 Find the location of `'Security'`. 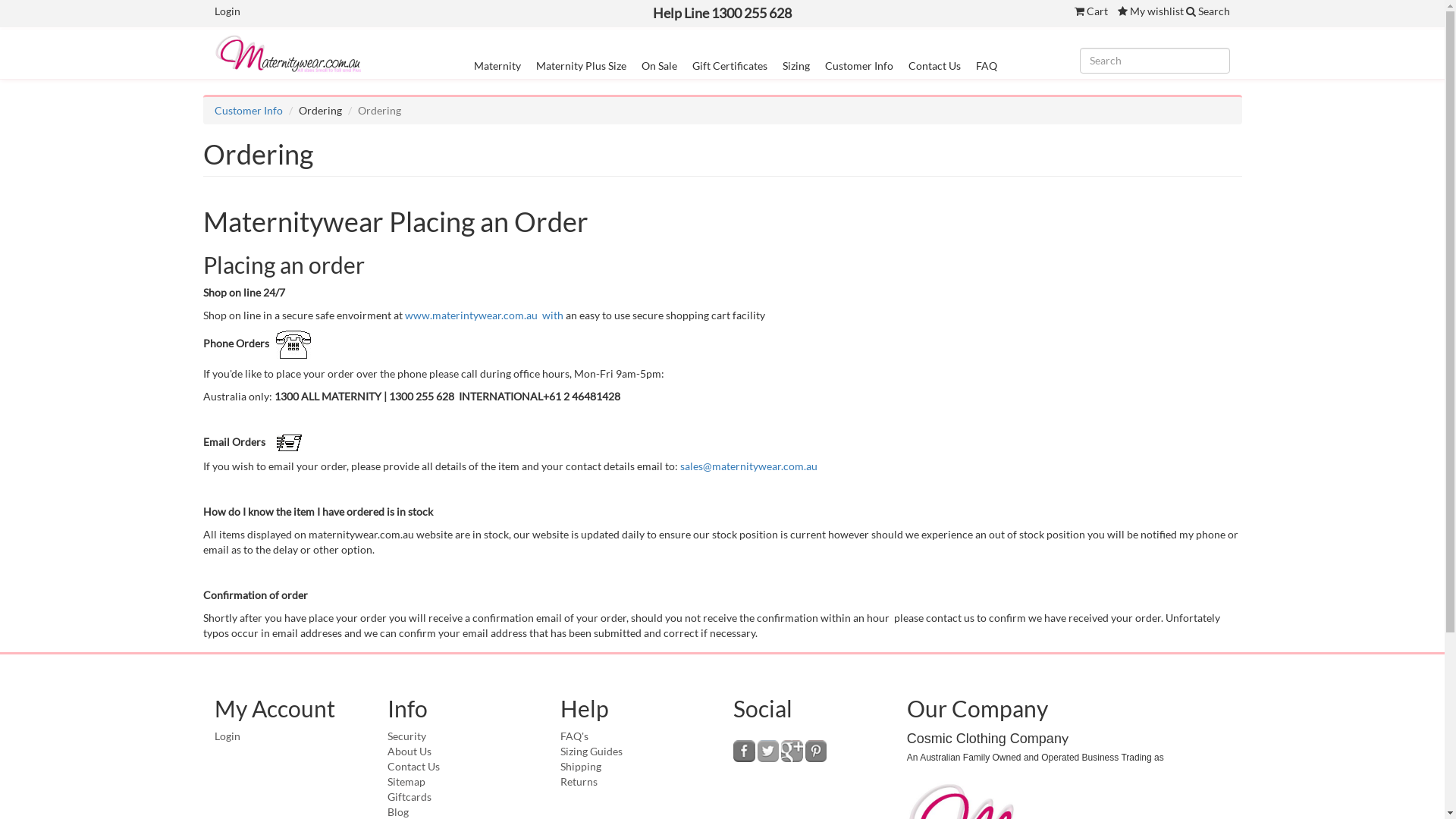

'Security' is located at coordinates (406, 735).